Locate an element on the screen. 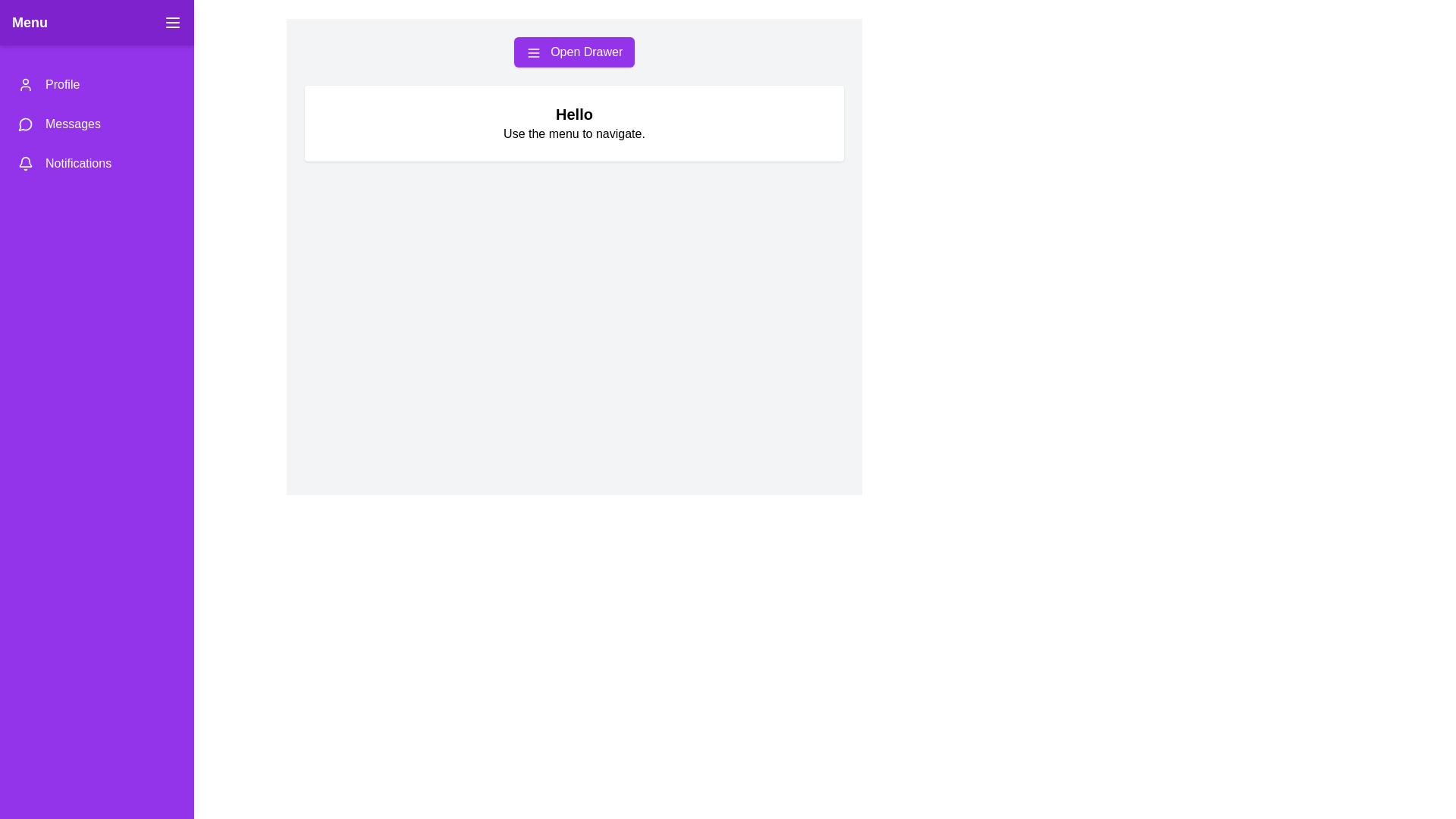  the menu toggle button, which is represented by an icon of three horizontal lines on a purple background, located at the top-right corner of the section containing the 'Menu' text is located at coordinates (172, 23).